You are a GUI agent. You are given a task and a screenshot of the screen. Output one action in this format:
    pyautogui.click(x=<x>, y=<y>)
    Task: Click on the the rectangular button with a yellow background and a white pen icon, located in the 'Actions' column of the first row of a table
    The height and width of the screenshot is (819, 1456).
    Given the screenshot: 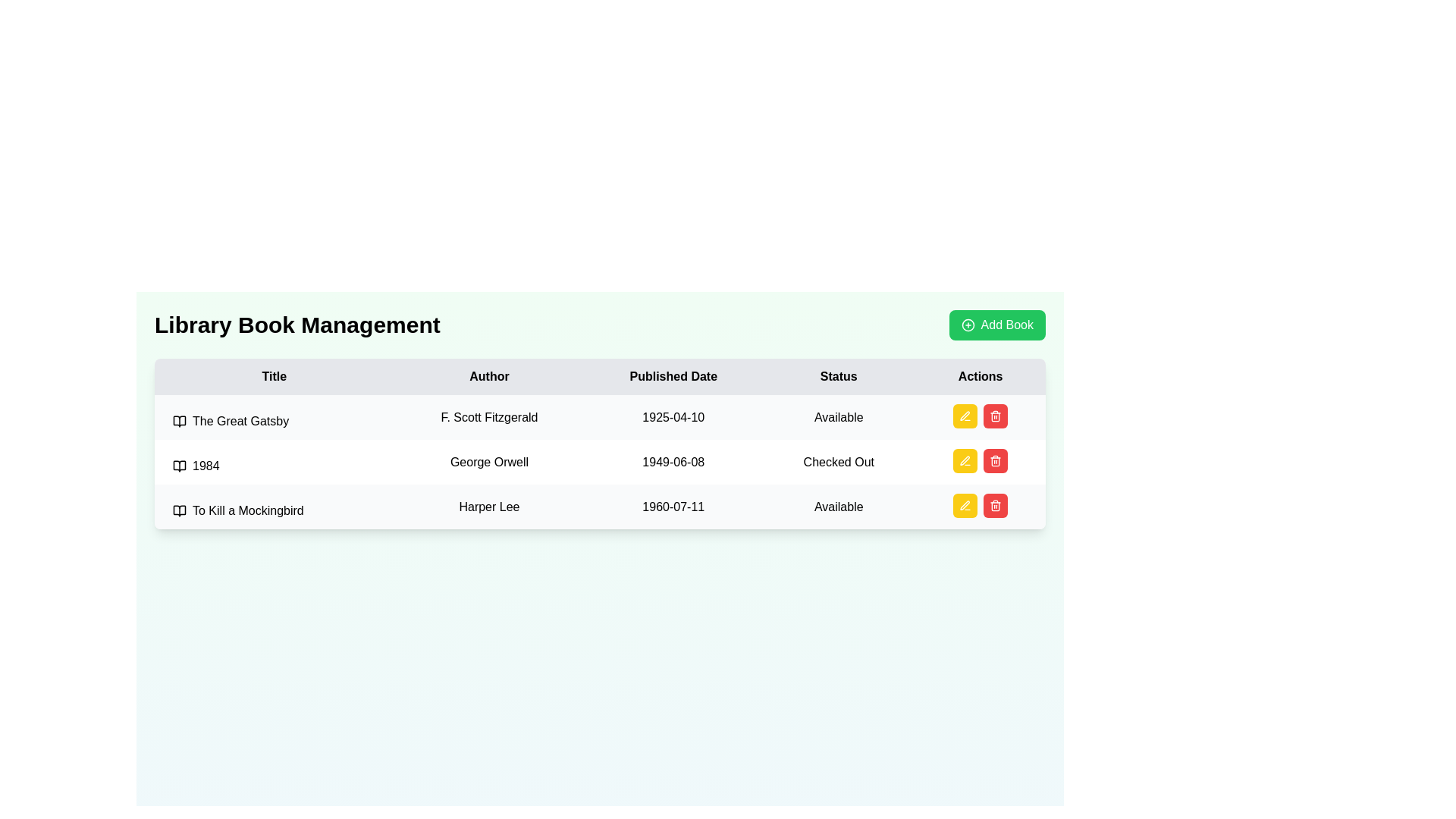 What is the action you would take?
    pyautogui.click(x=965, y=416)
    